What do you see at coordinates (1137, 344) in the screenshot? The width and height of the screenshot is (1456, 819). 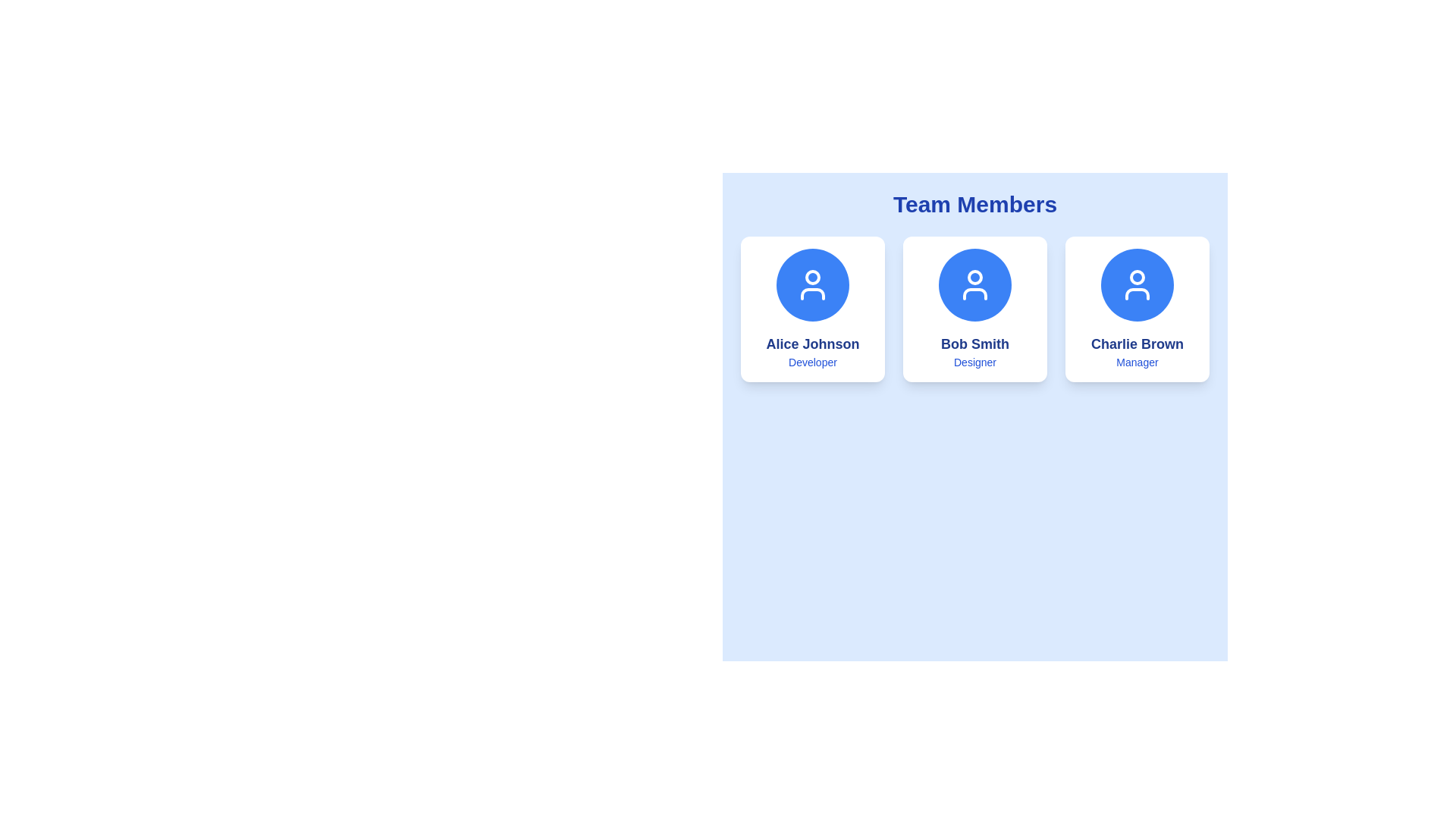 I see `the text label displaying 'Charlie Brown' located in the third card from the left under 'Team Members'` at bounding box center [1137, 344].